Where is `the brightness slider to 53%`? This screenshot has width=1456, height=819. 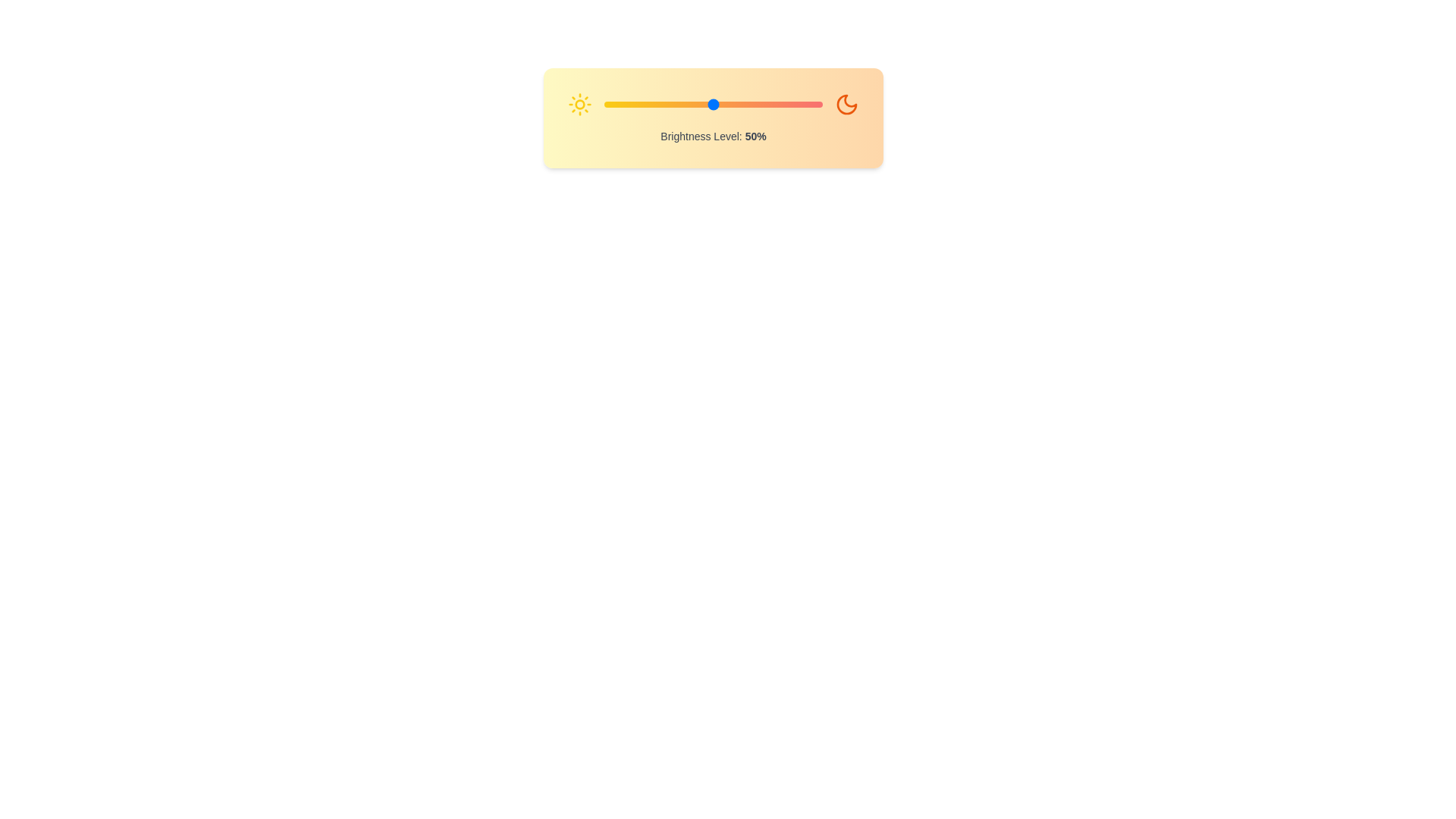 the brightness slider to 53% is located at coordinates (719, 104).